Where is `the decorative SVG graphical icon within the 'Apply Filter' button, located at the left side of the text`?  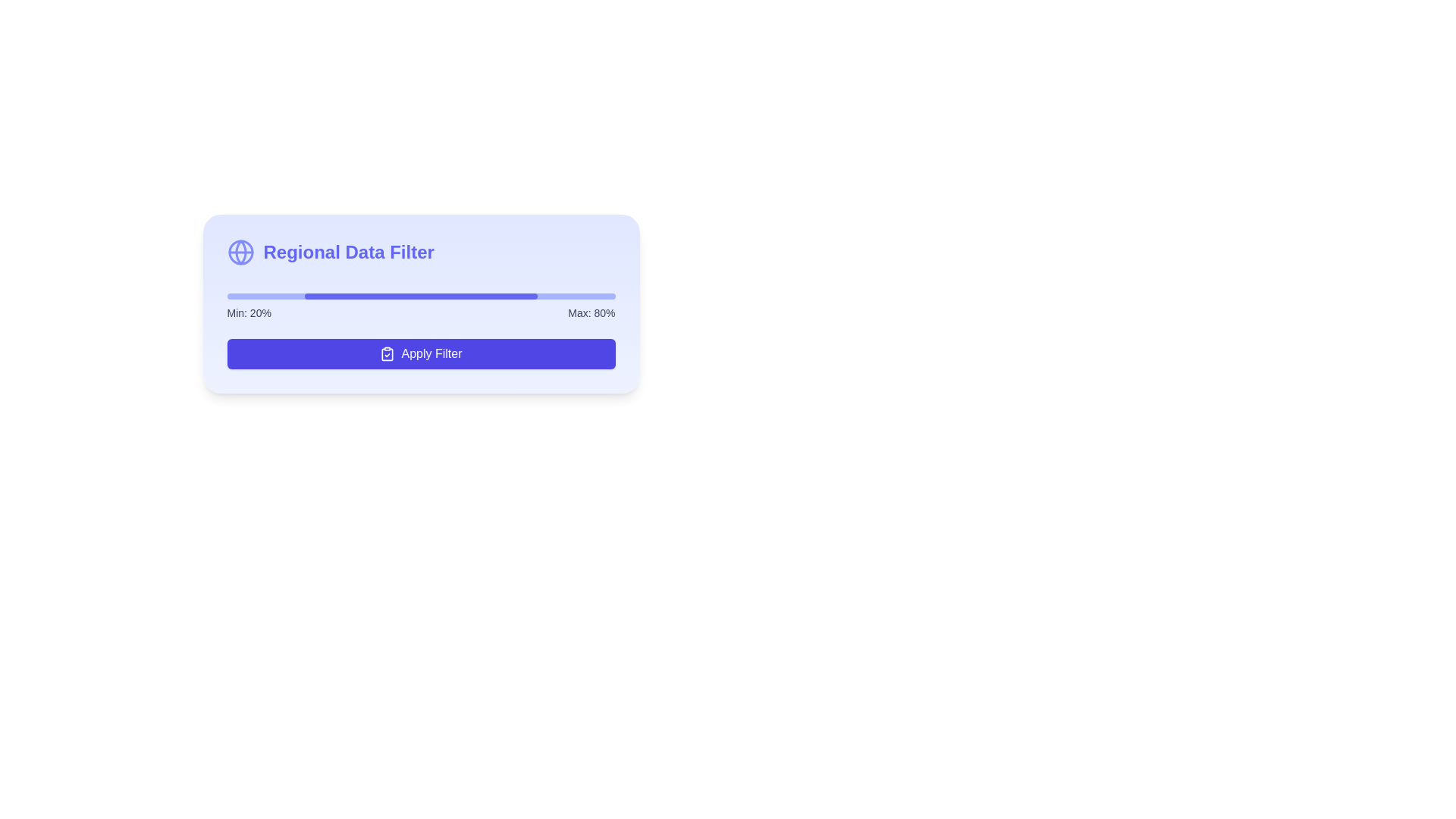 the decorative SVG graphical icon within the 'Apply Filter' button, located at the left side of the text is located at coordinates (388, 354).